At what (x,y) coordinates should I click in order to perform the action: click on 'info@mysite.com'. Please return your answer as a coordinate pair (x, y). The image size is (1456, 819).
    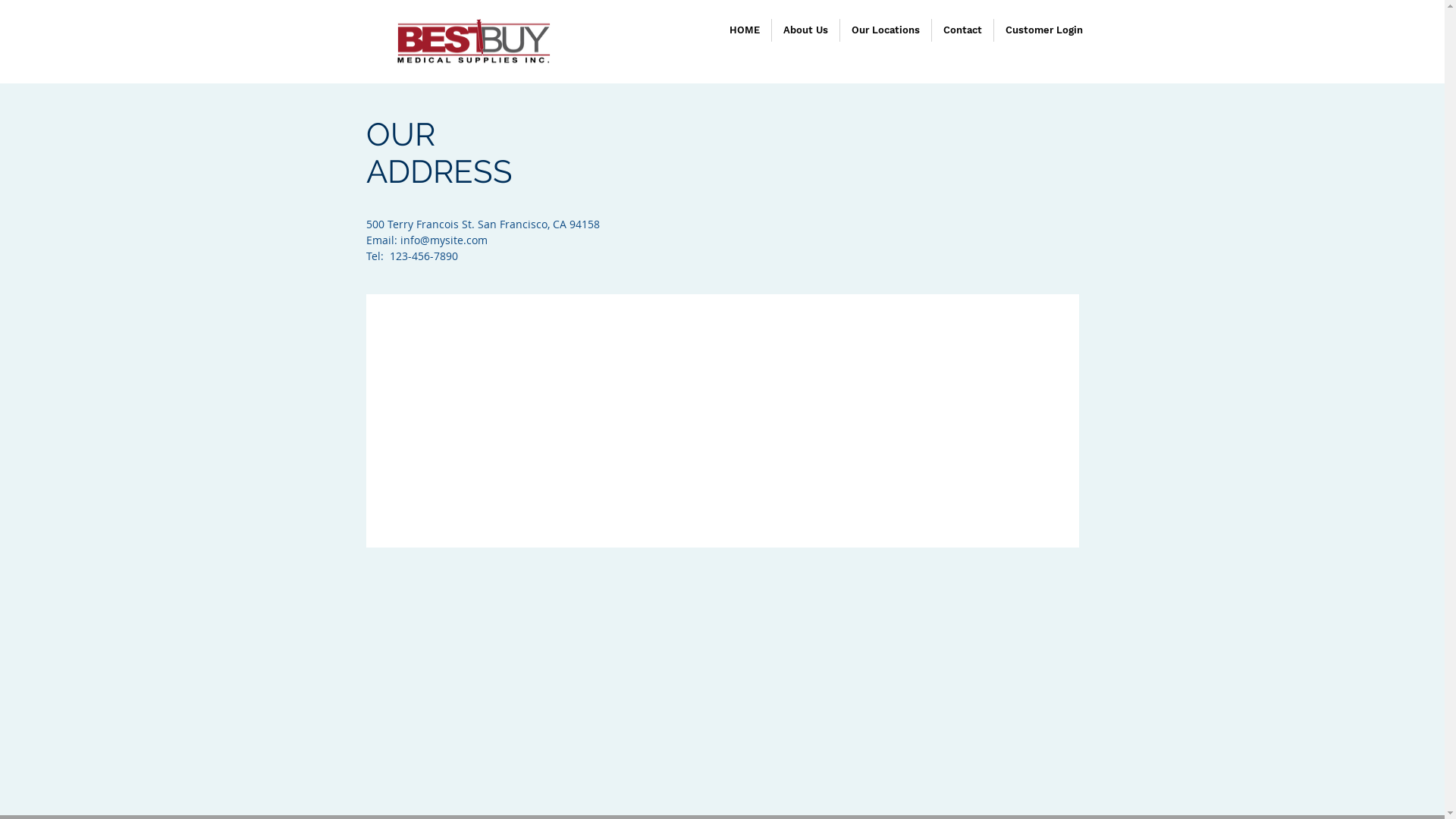
    Looking at the image, I should click on (443, 239).